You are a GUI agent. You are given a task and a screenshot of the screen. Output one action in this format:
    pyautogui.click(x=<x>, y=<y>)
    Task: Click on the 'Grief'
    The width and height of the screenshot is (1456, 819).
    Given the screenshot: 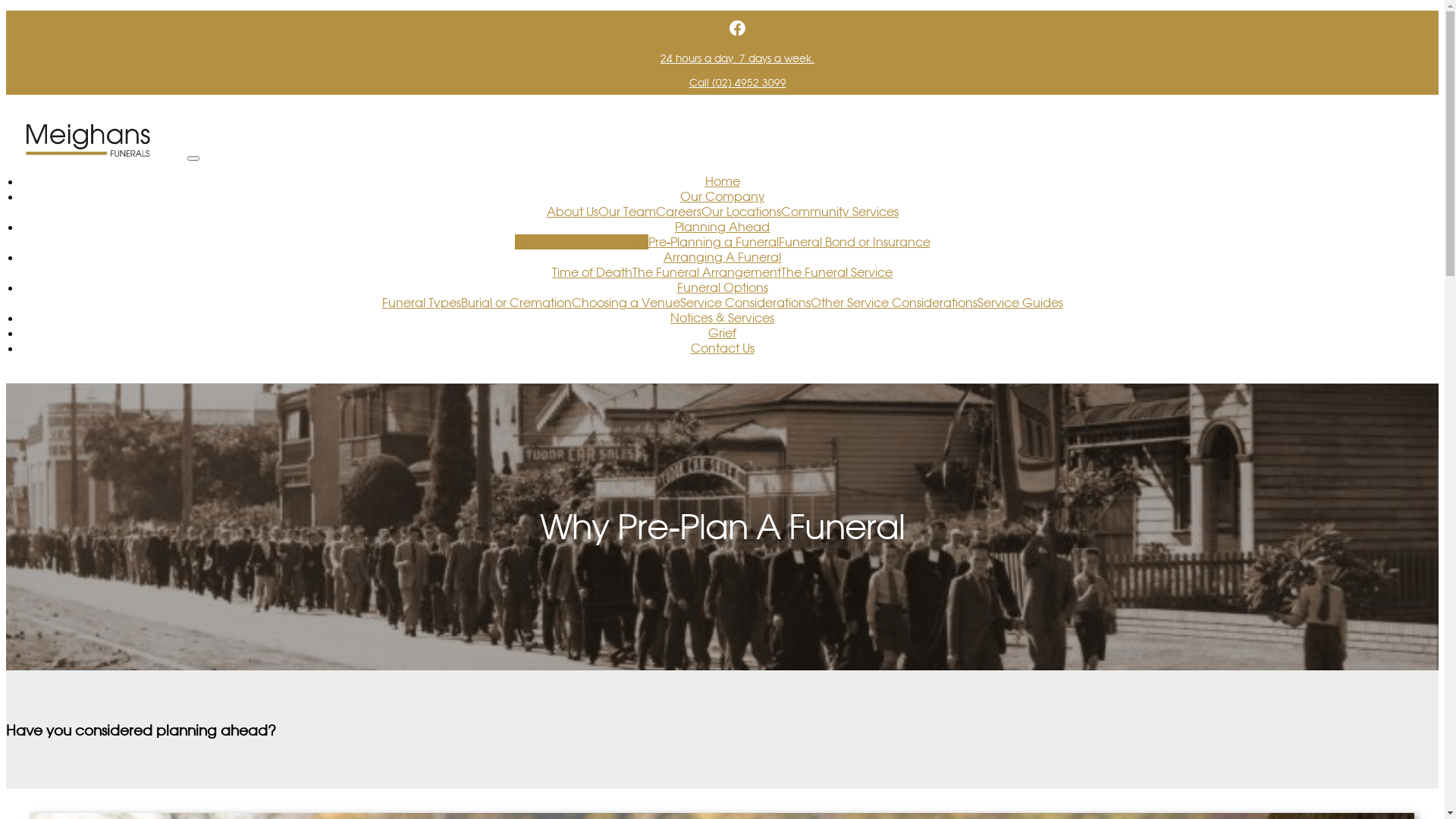 What is the action you would take?
    pyautogui.click(x=721, y=332)
    